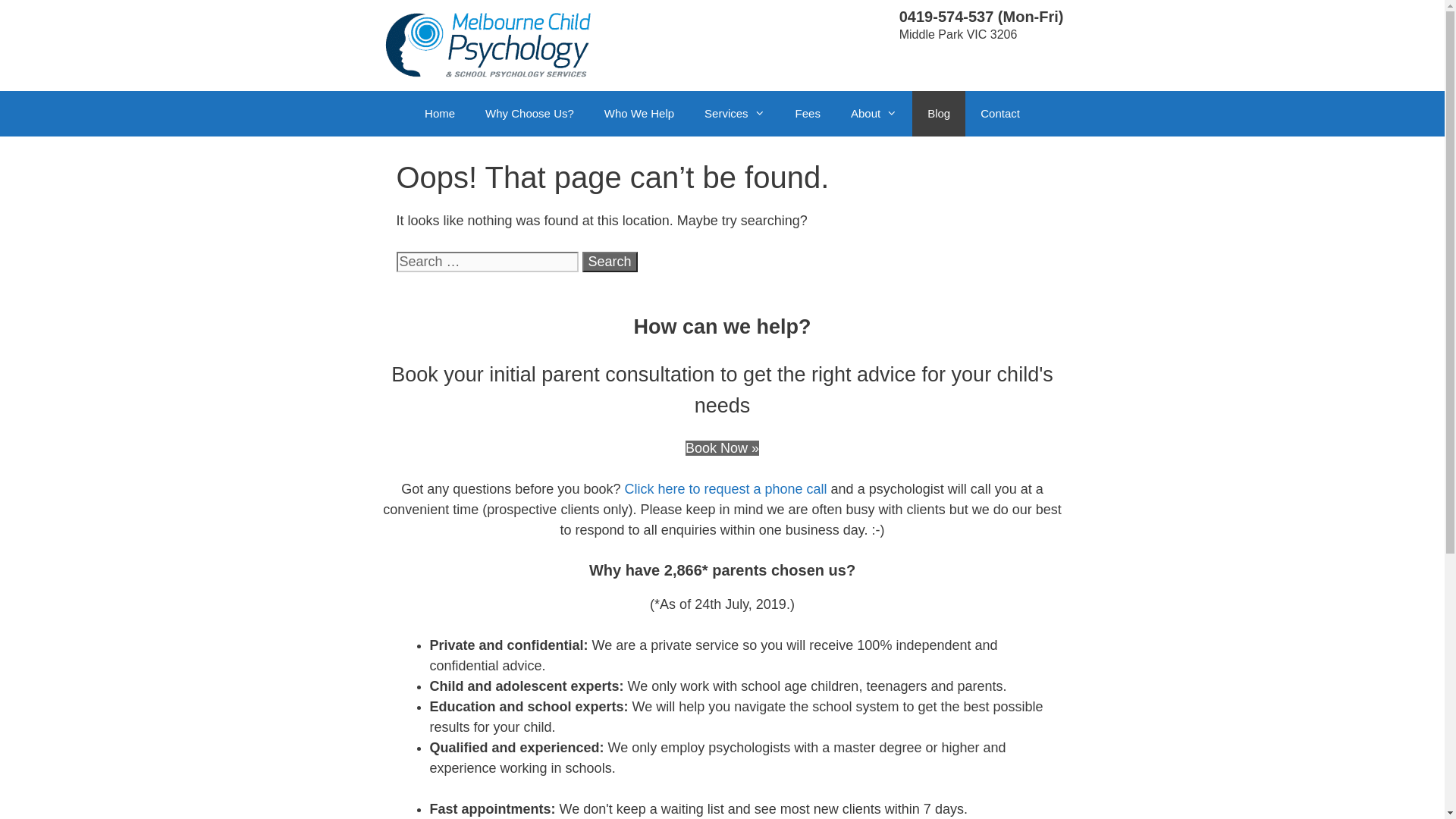 Image resolution: width=1456 pixels, height=819 pixels. I want to click on 'Services', so click(688, 113).